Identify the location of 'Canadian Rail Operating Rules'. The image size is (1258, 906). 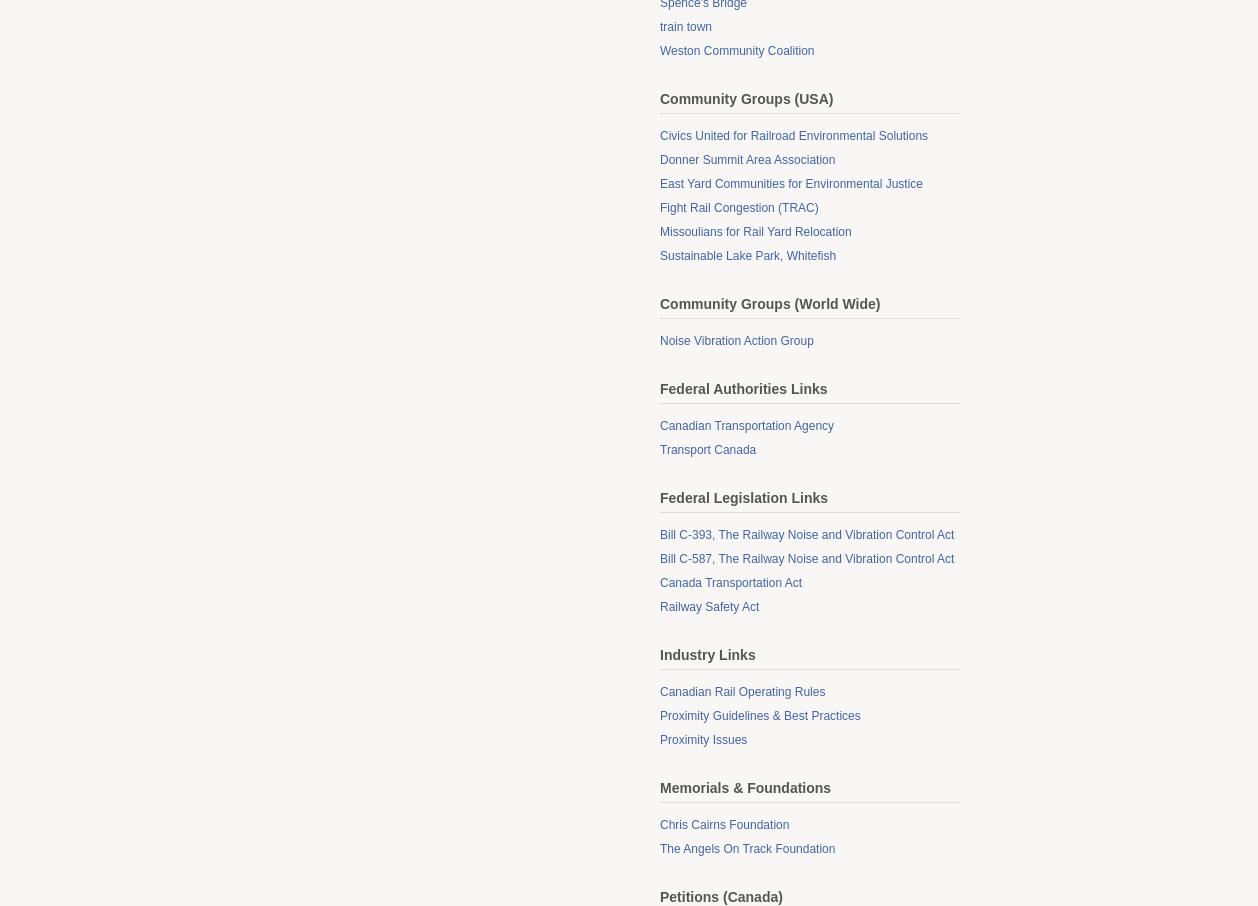
(742, 692).